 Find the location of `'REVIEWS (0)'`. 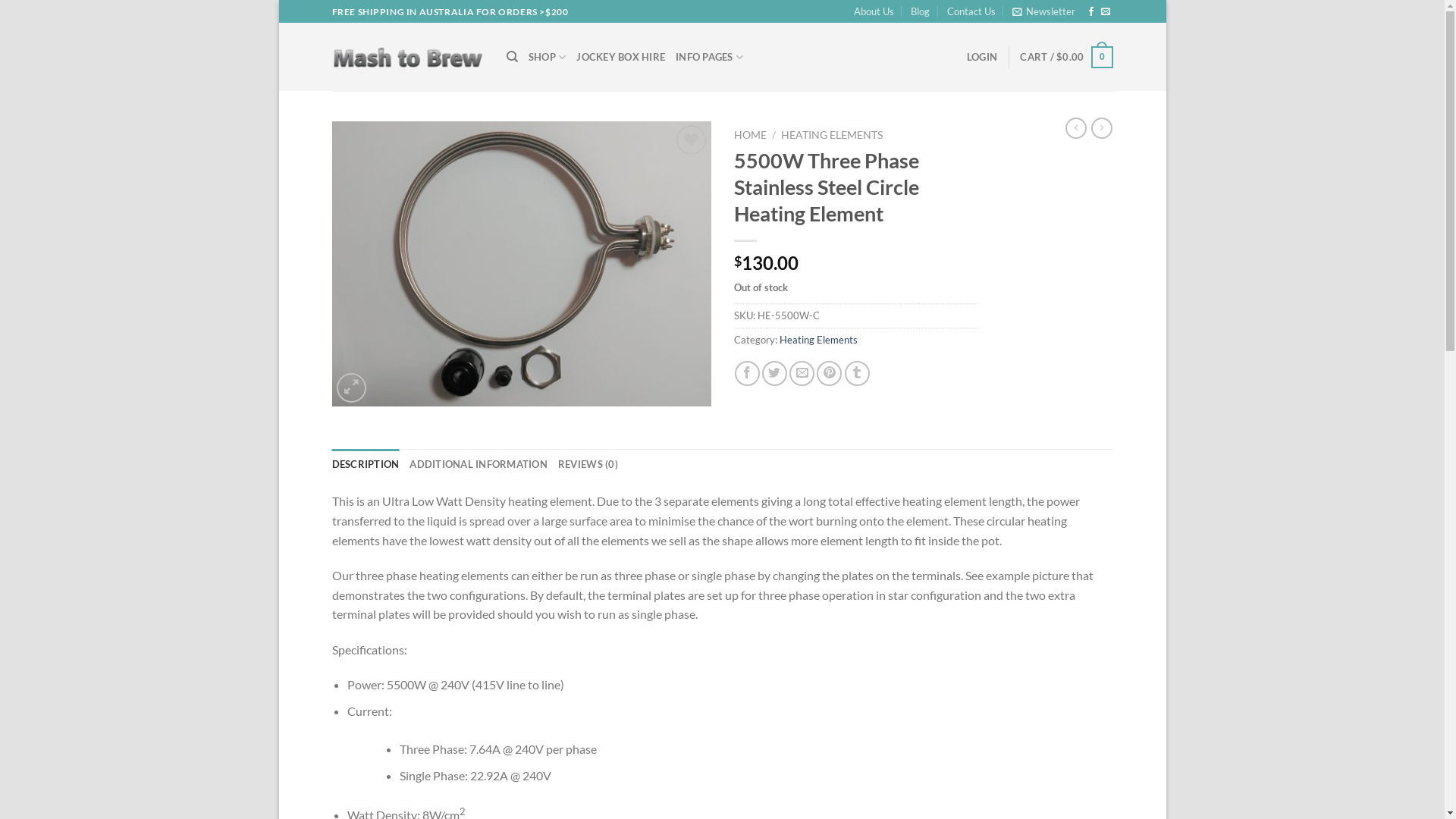

'REVIEWS (0)' is located at coordinates (587, 463).